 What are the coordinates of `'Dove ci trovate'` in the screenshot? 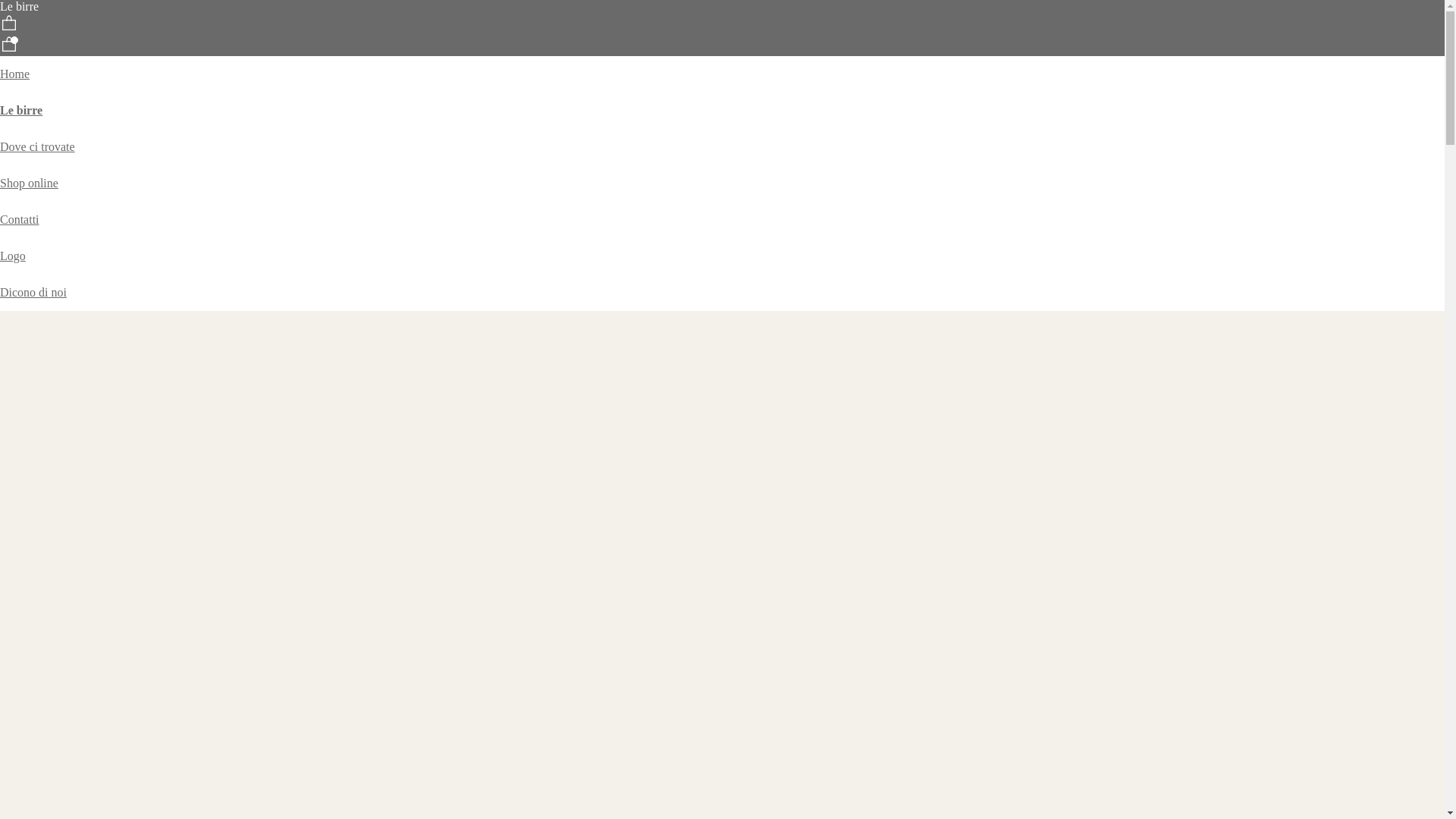 It's located at (37, 146).